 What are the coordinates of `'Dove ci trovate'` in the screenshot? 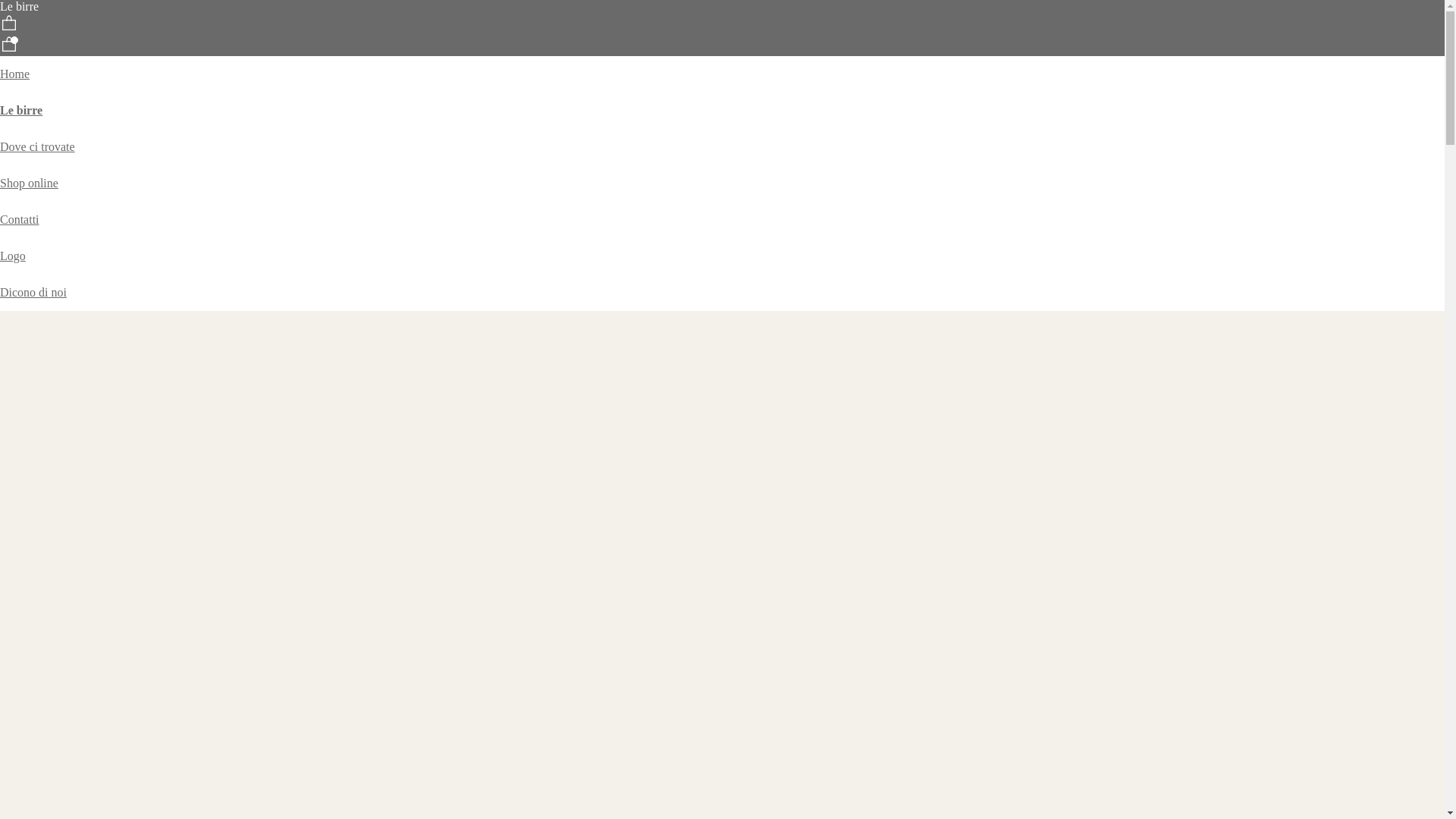 It's located at (37, 146).